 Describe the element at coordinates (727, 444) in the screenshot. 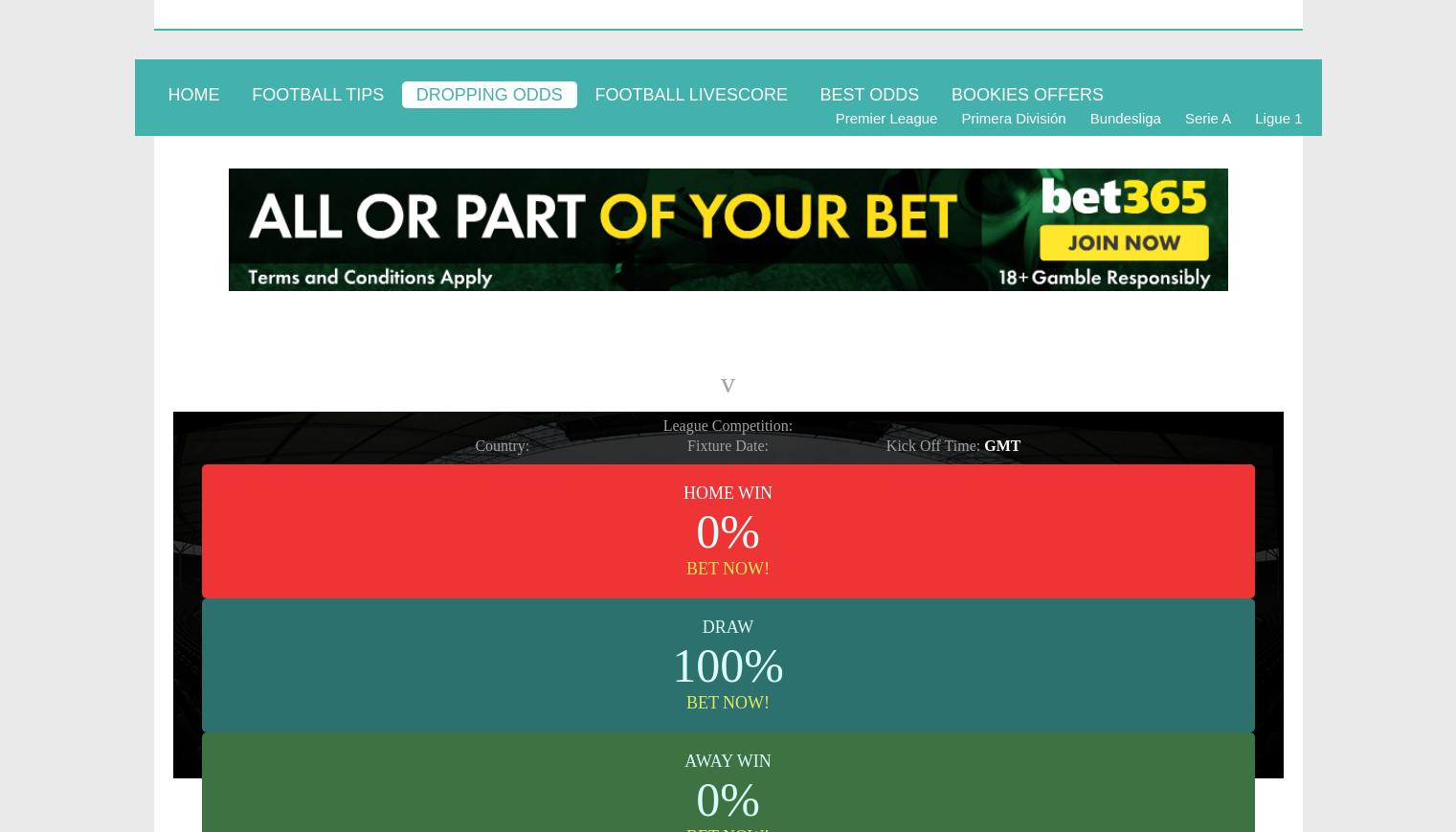

I see `'Fixture Date:'` at that location.